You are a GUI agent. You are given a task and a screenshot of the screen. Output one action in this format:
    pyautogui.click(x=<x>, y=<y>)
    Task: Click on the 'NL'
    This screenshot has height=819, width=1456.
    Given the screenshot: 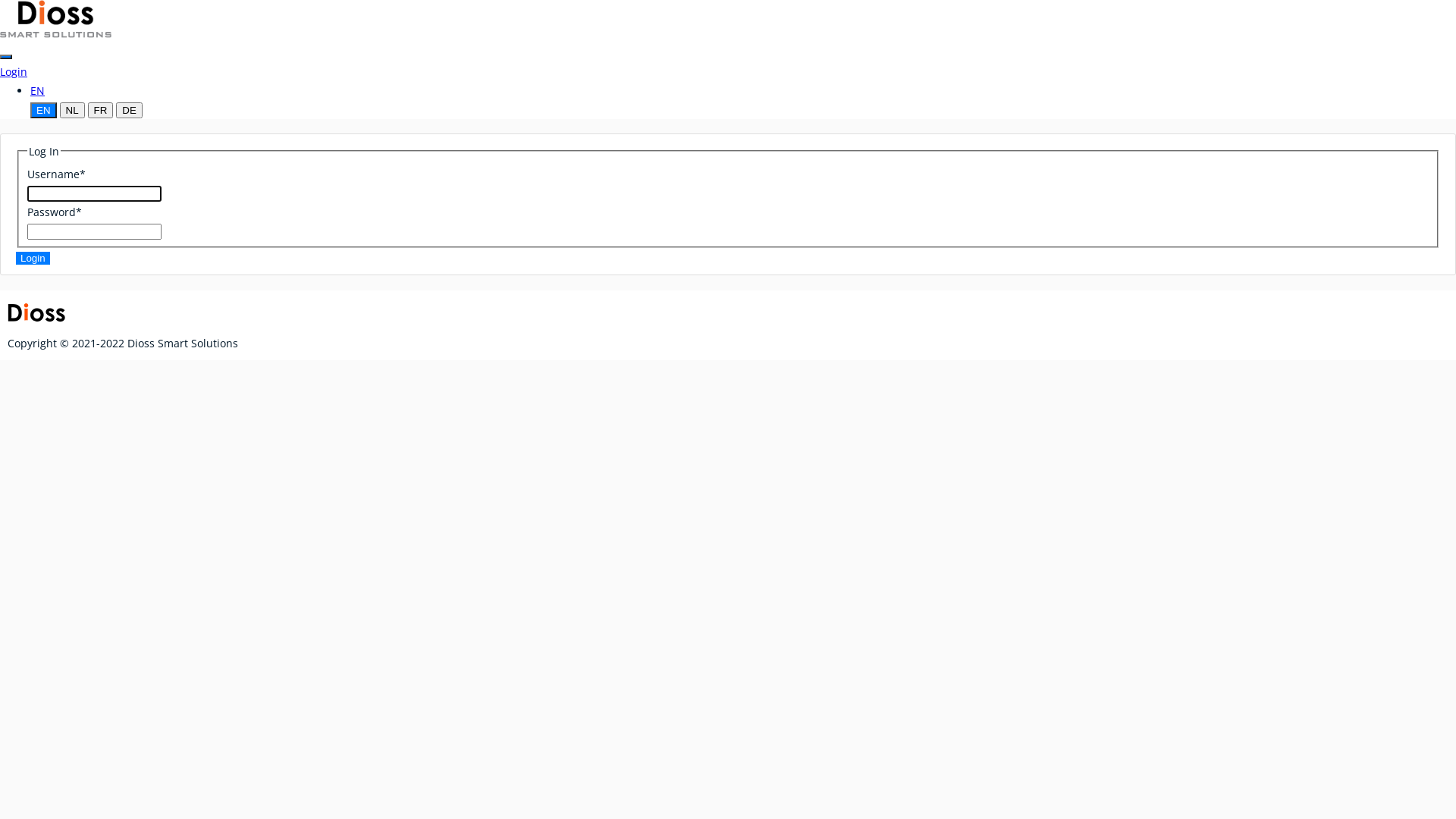 What is the action you would take?
    pyautogui.click(x=71, y=109)
    